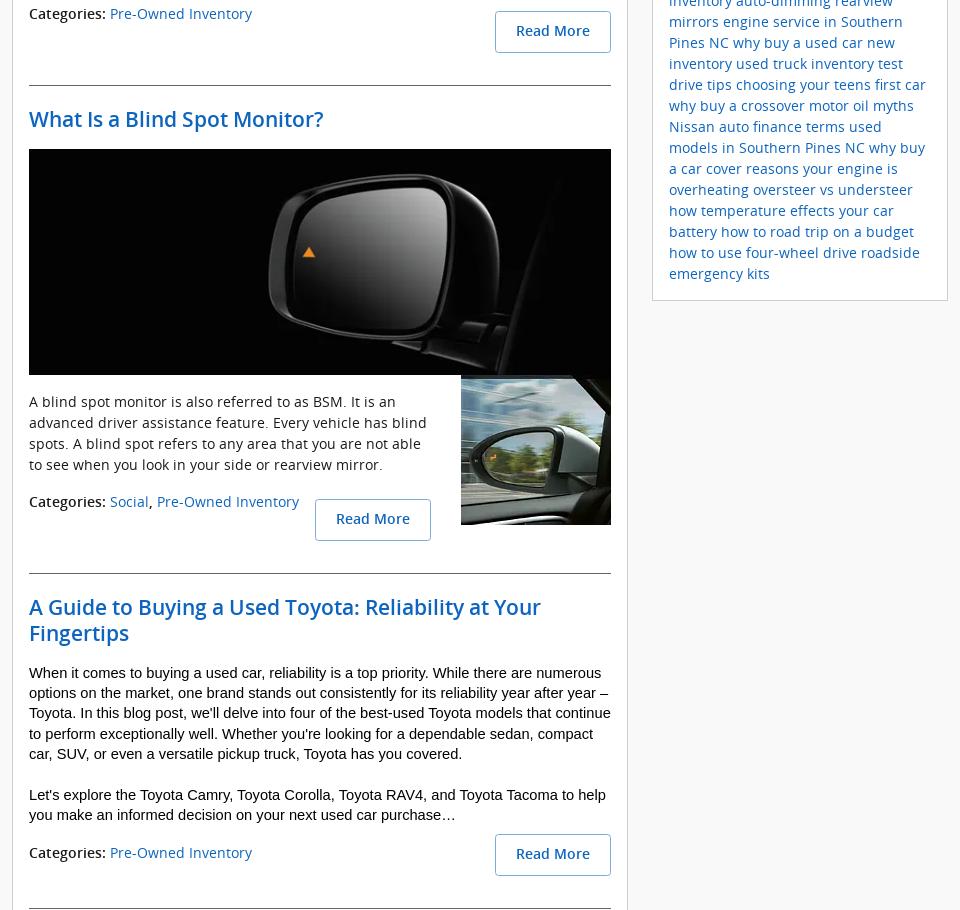 The width and height of the screenshot is (960, 910). Describe the element at coordinates (782, 51) in the screenshot. I see `'new inventory'` at that location.